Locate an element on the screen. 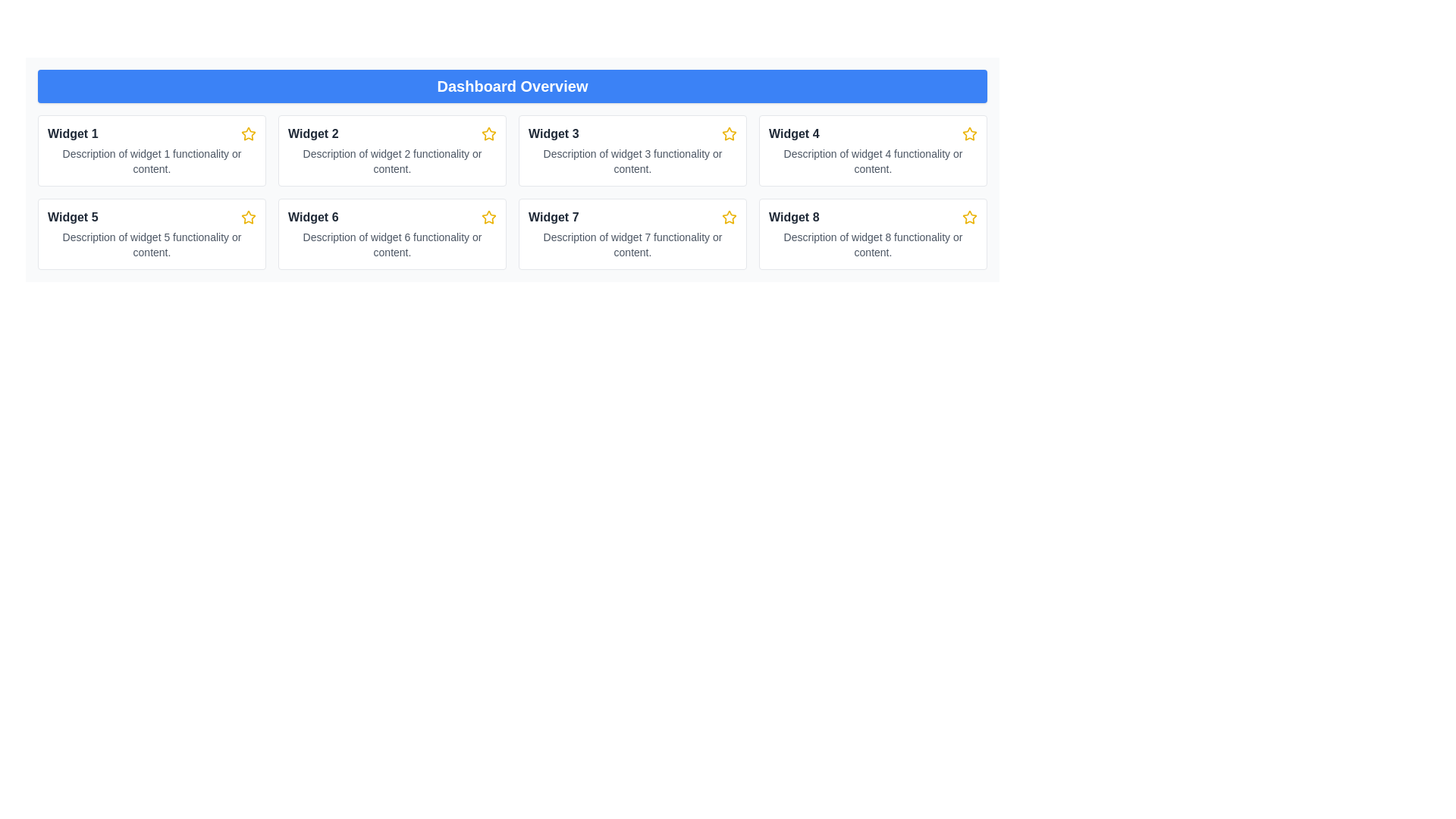  the favorite marker icon for the 'Widget 5' section is located at coordinates (248, 217).